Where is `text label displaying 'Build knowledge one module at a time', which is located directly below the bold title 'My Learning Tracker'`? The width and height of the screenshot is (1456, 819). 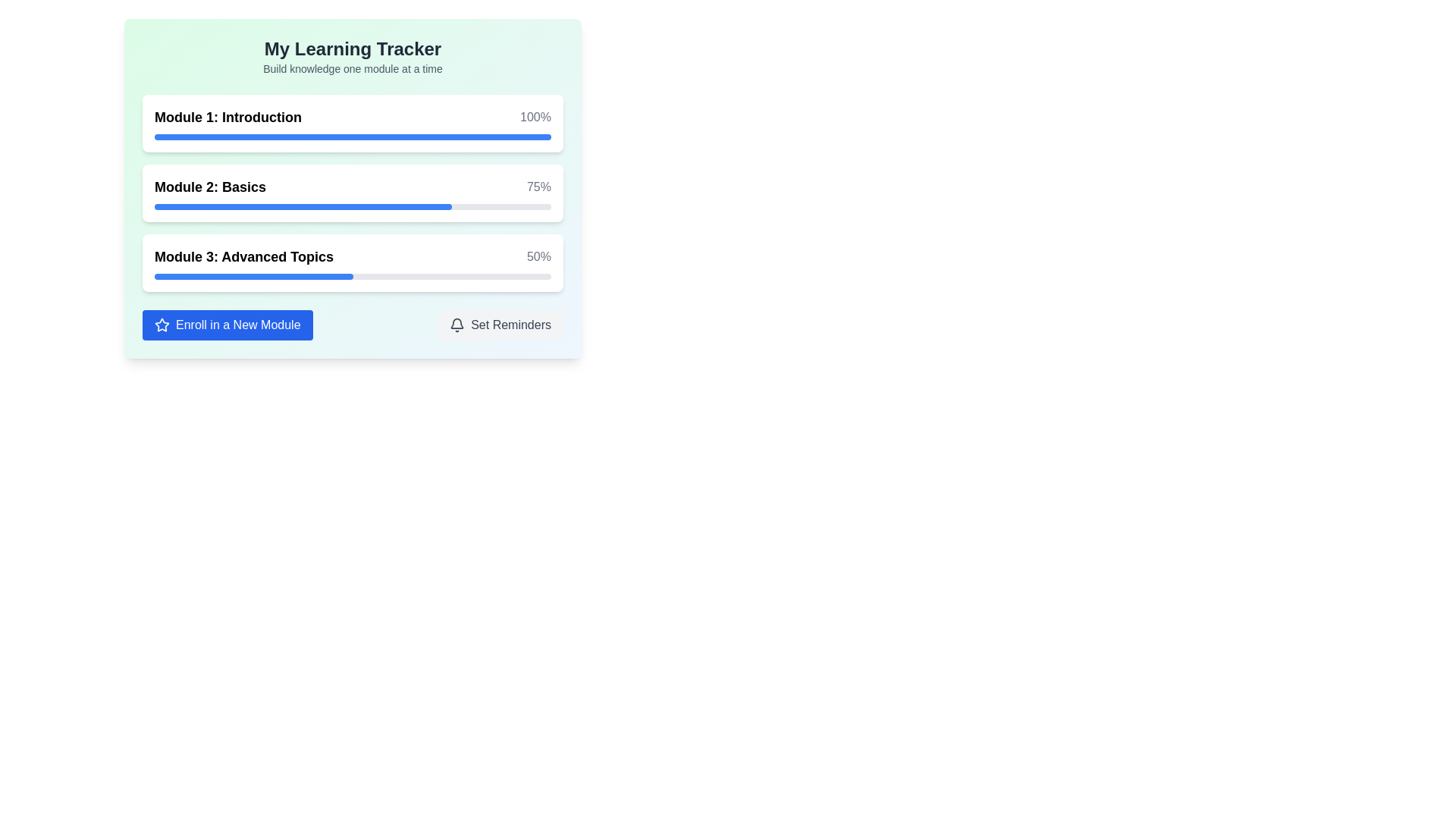
text label displaying 'Build knowledge one module at a time', which is located directly below the bold title 'My Learning Tracker' is located at coordinates (352, 69).